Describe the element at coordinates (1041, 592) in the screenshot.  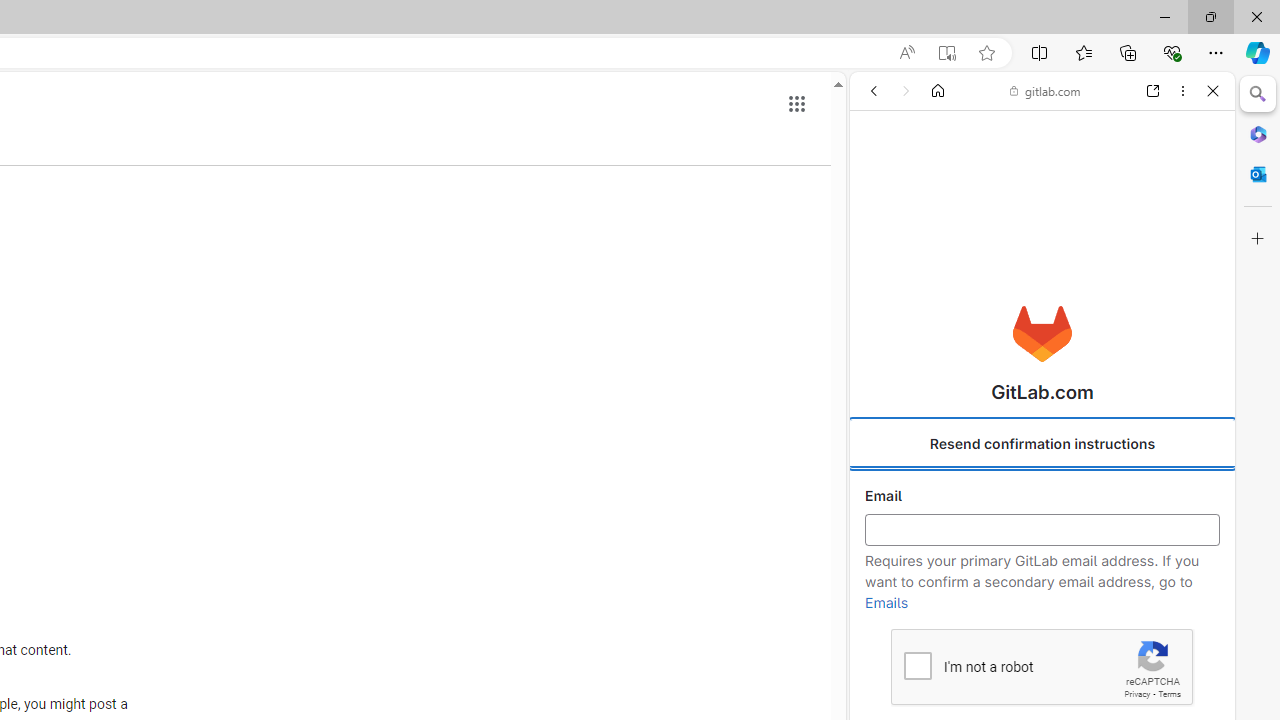
I see `'About GitLab'` at that location.